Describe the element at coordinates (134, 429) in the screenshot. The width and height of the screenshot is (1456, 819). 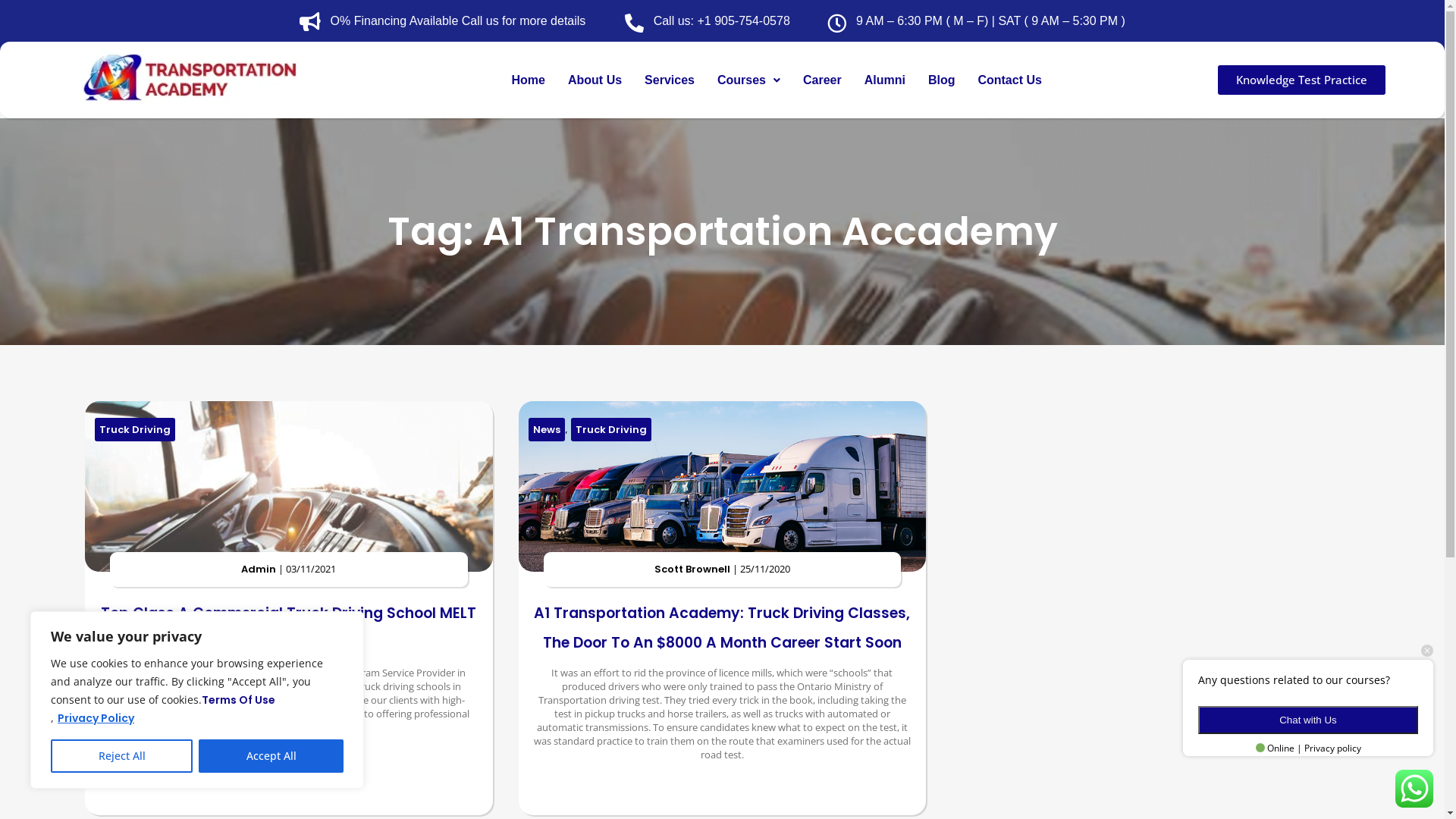
I see `'Truck Driving'` at that location.